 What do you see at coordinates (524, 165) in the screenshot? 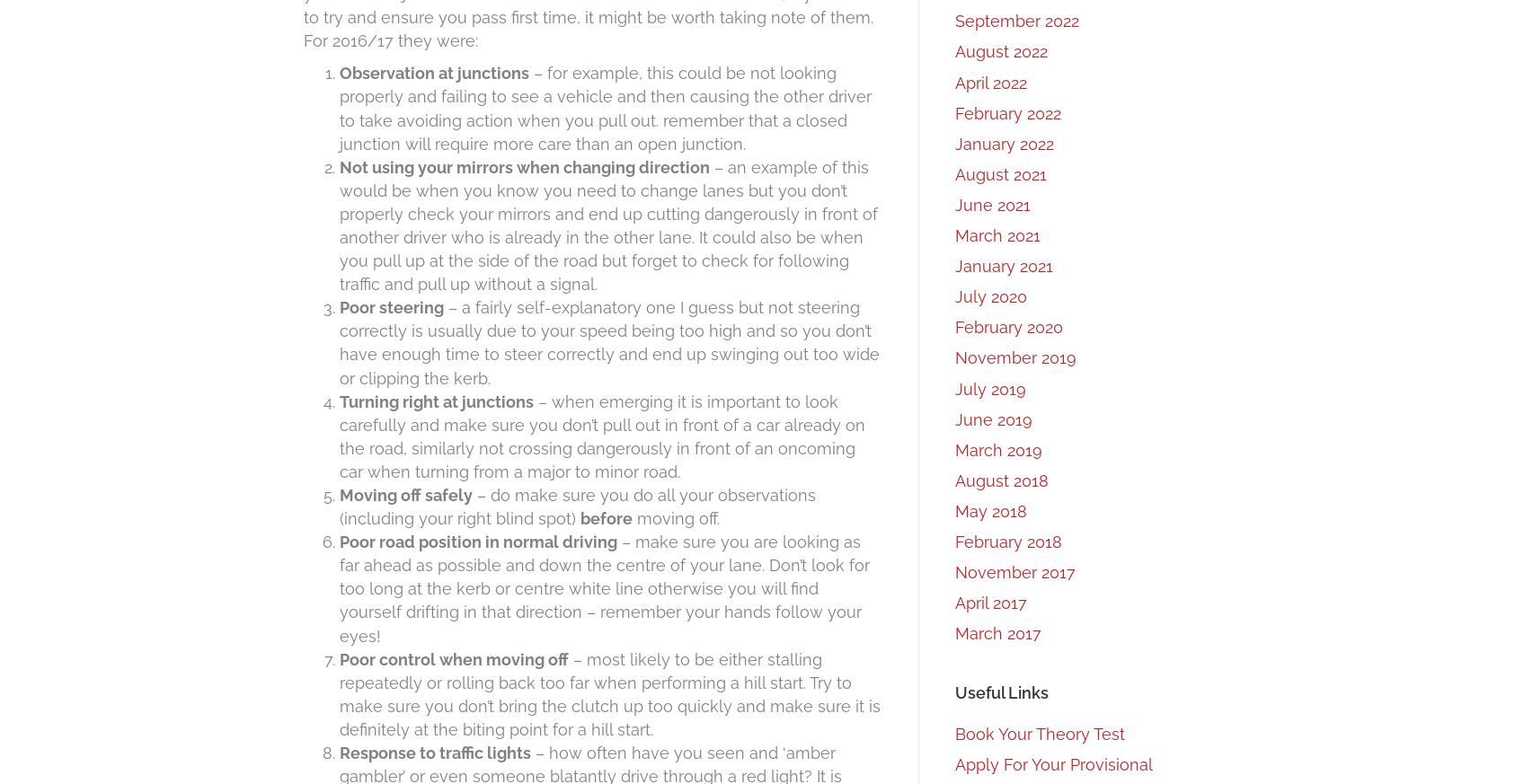
I see `'Not using your mirrors when changing direction'` at bounding box center [524, 165].